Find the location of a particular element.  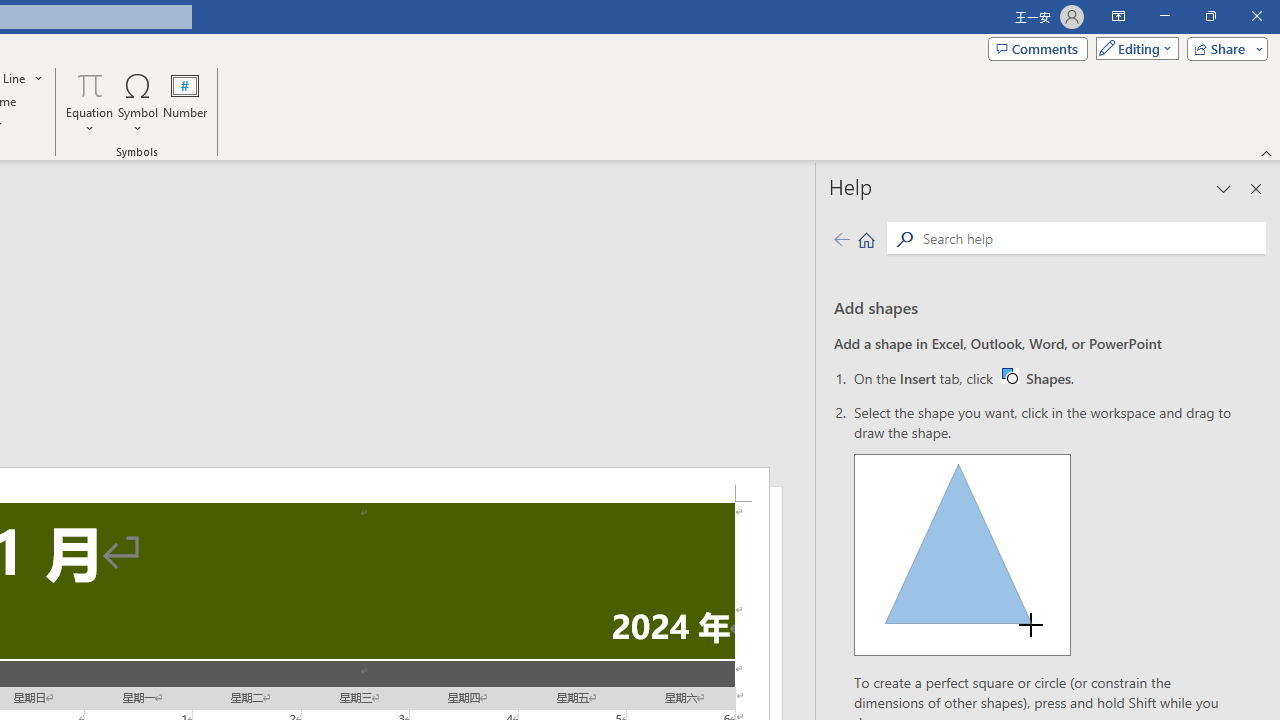

'Close' is located at coordinates (1255, 16).